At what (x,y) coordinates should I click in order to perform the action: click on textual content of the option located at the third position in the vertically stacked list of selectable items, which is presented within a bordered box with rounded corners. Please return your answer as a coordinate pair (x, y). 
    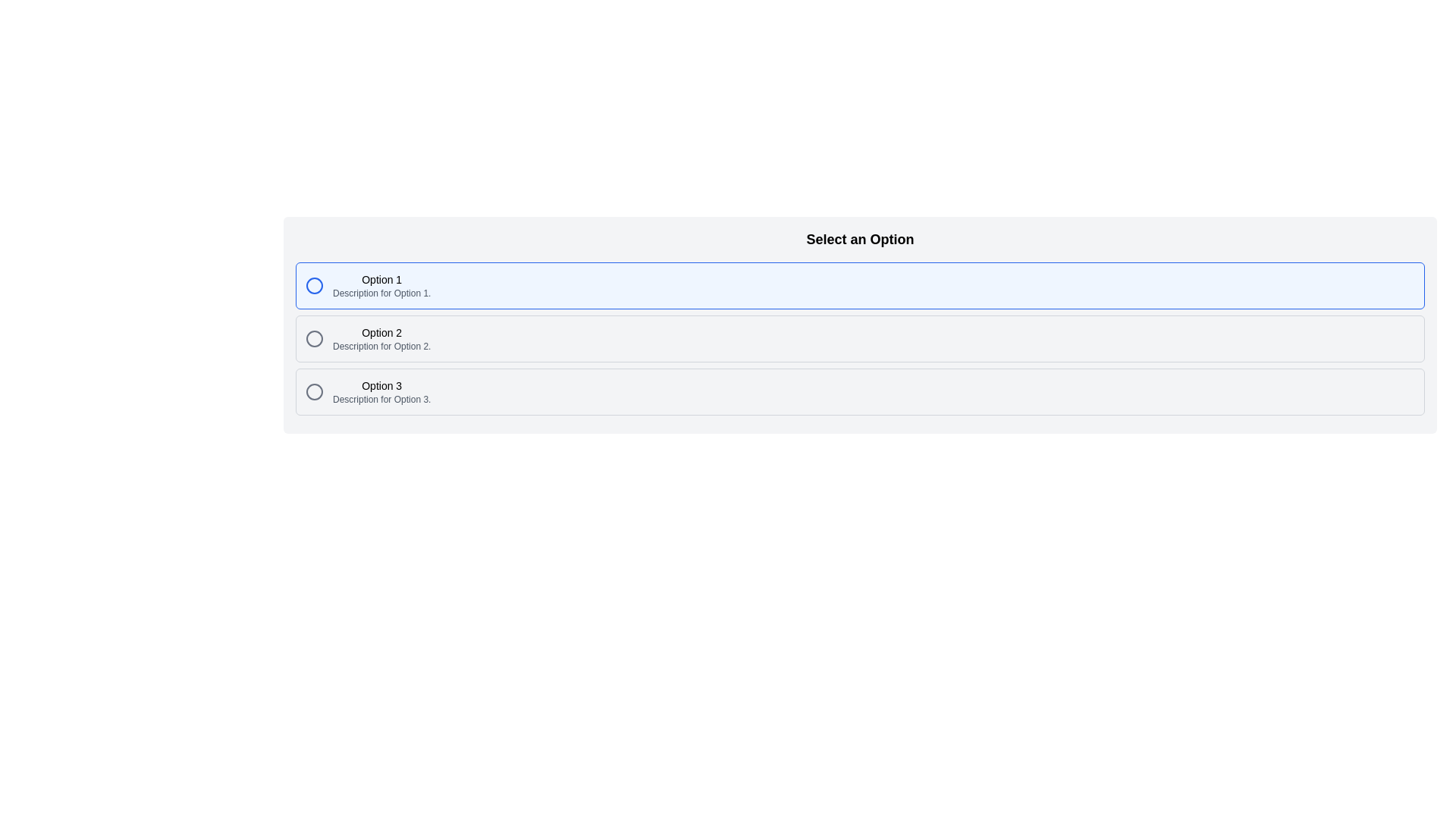
    Looking at the image, I should click on (381, 391).